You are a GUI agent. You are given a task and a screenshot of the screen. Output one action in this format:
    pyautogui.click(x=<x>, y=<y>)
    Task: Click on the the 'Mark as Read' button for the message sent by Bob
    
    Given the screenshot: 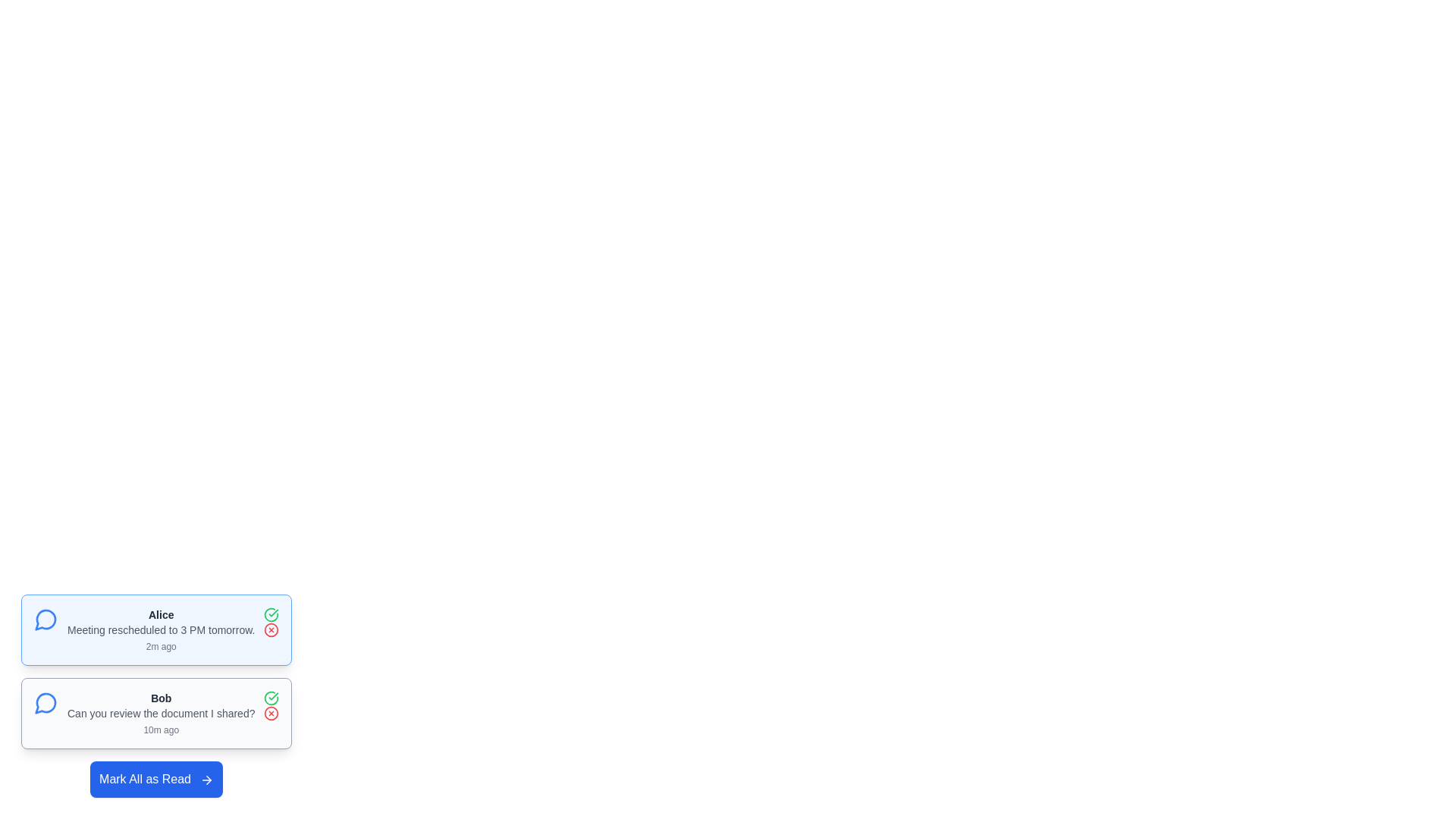 What is the action you would take?
    pyautogui.click(x=271, y=698)
    